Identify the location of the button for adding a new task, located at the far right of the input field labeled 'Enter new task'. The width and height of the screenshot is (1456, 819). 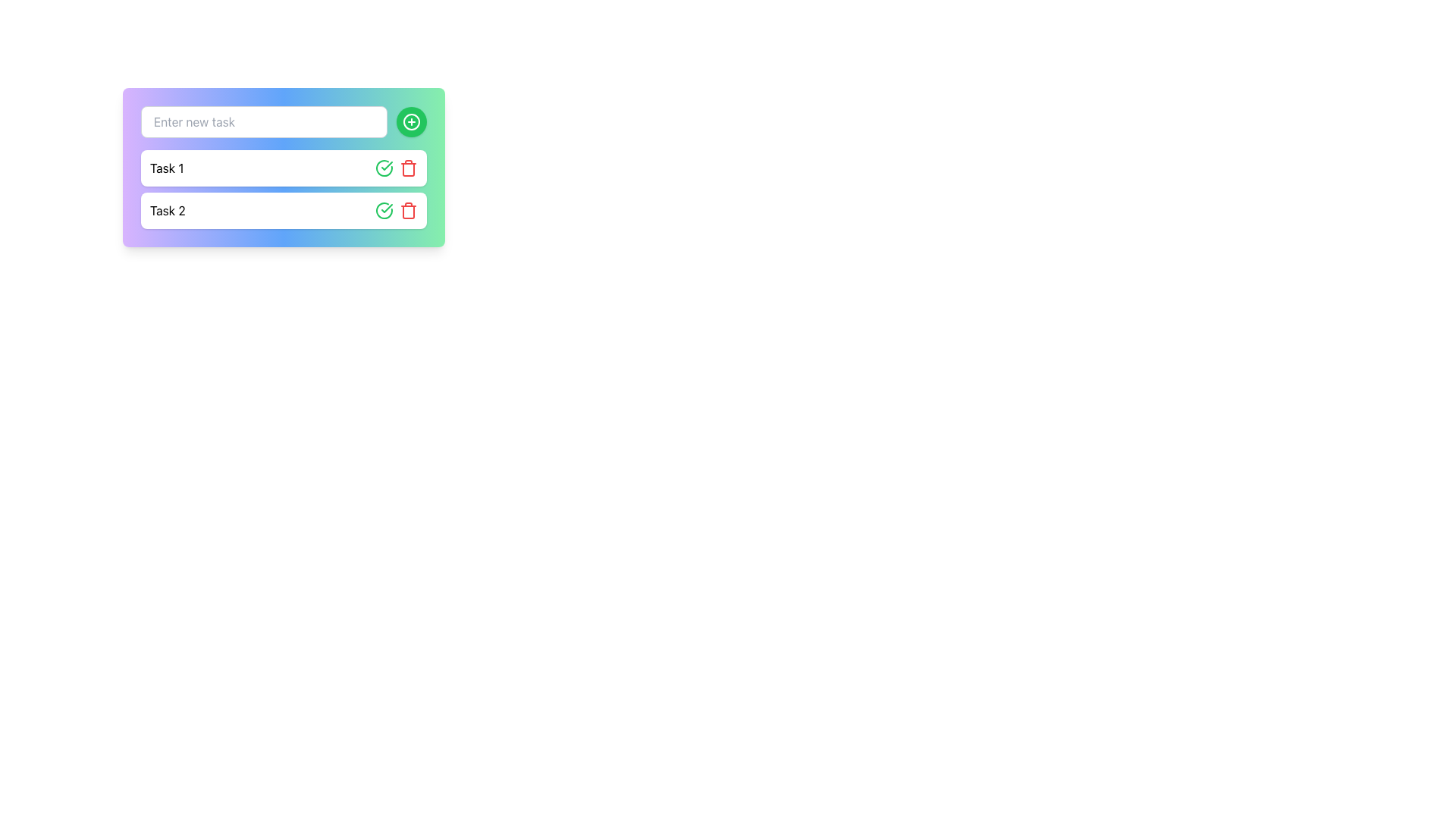
(411, 121).